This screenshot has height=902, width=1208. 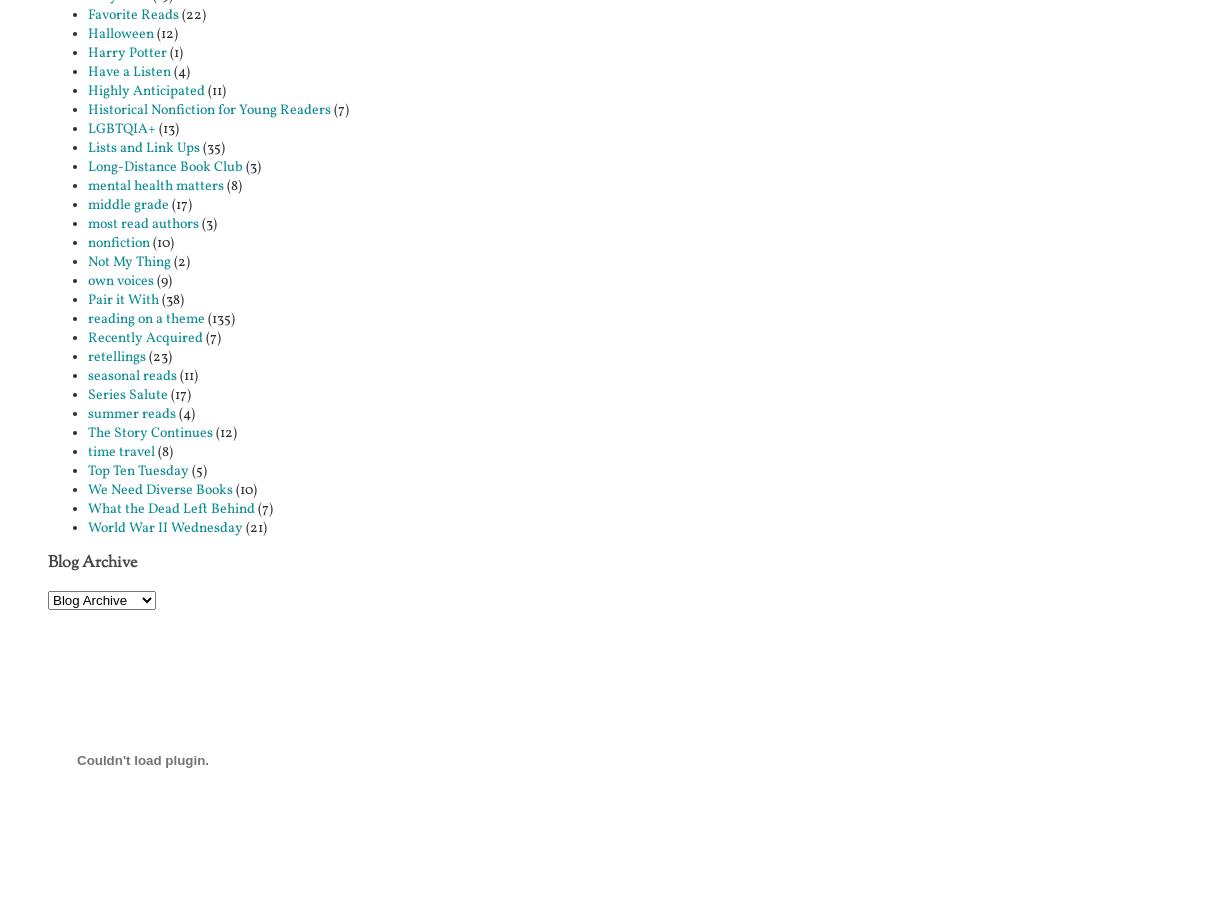 I want to click on '(9)', so click(x=164, y=280).